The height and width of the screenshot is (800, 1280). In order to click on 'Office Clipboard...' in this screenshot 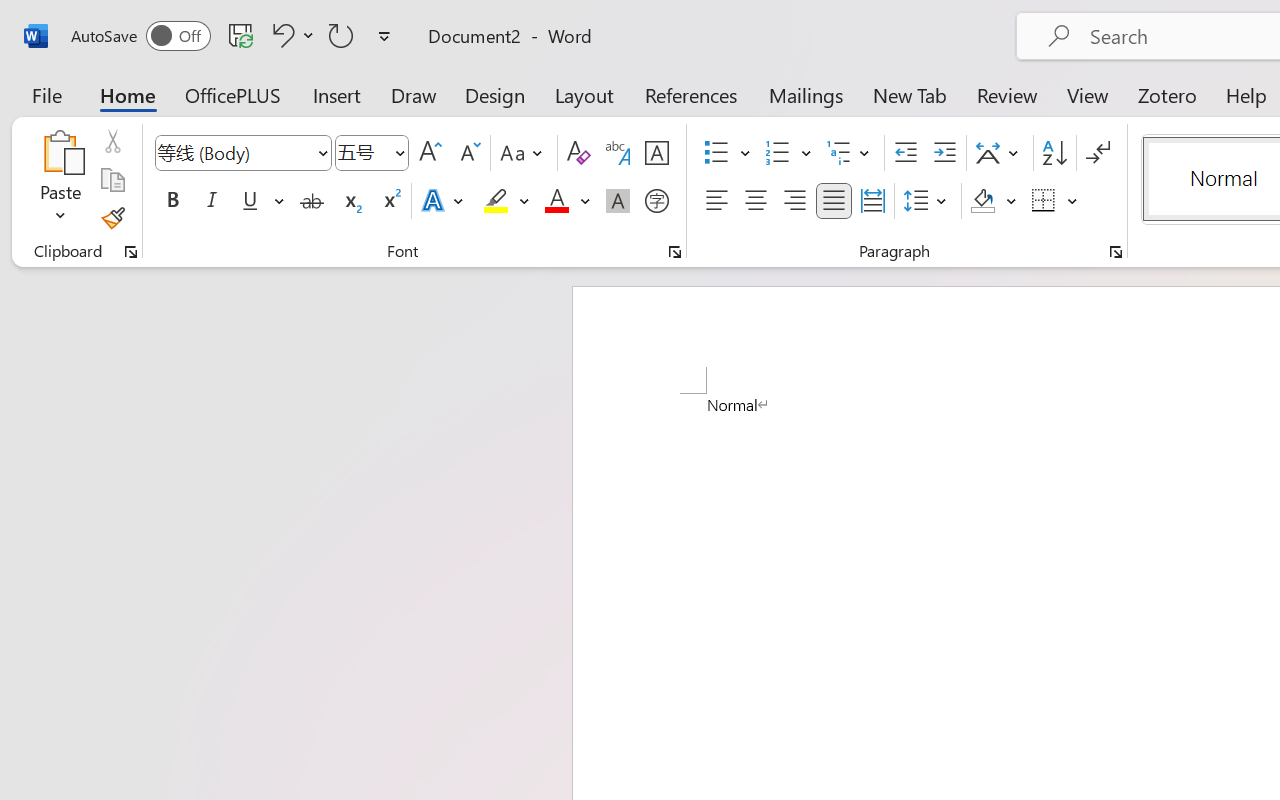, I will do `click(130, 251)`.